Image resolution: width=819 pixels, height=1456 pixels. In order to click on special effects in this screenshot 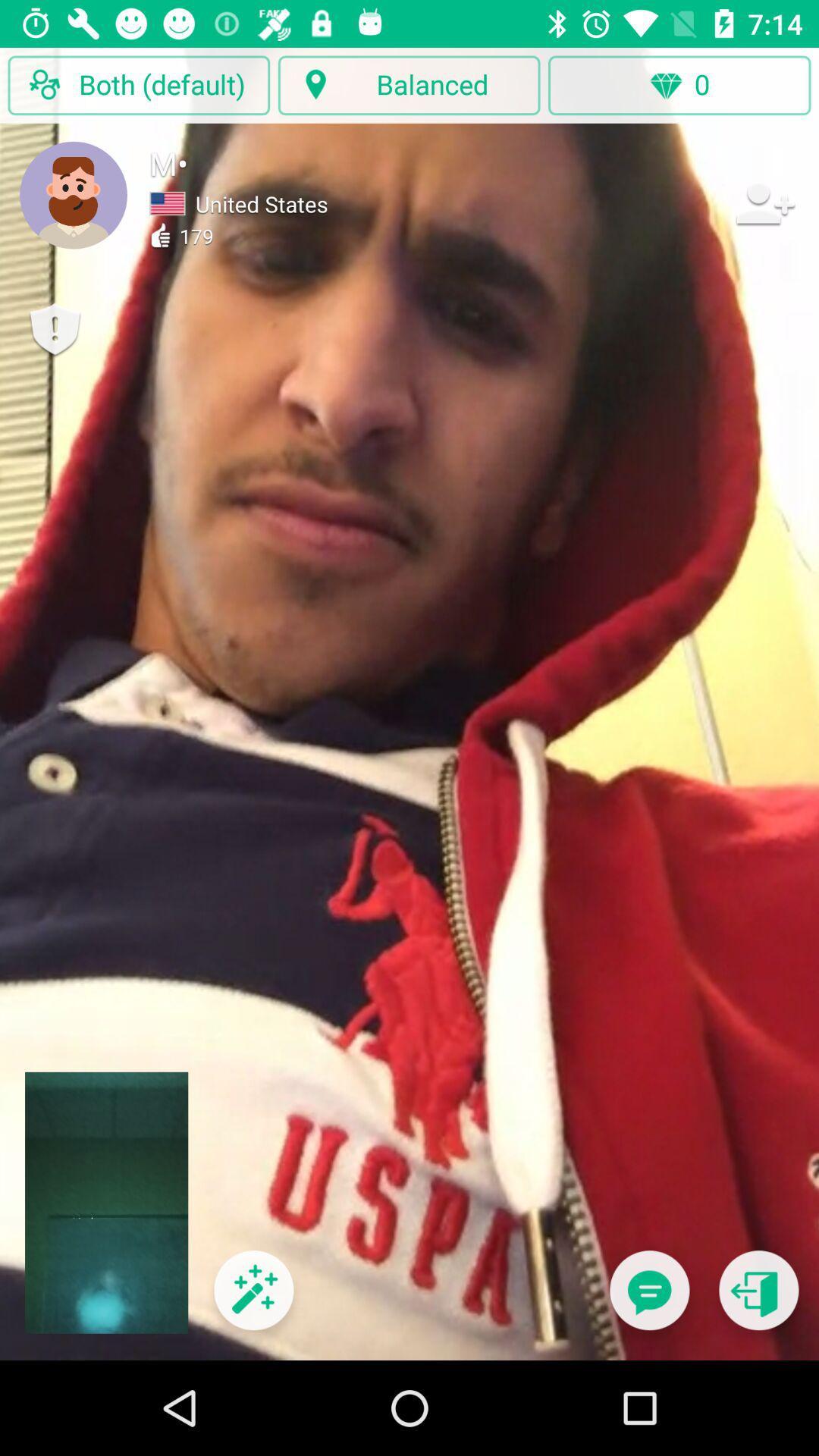, I will do `click(253, 1299)`.